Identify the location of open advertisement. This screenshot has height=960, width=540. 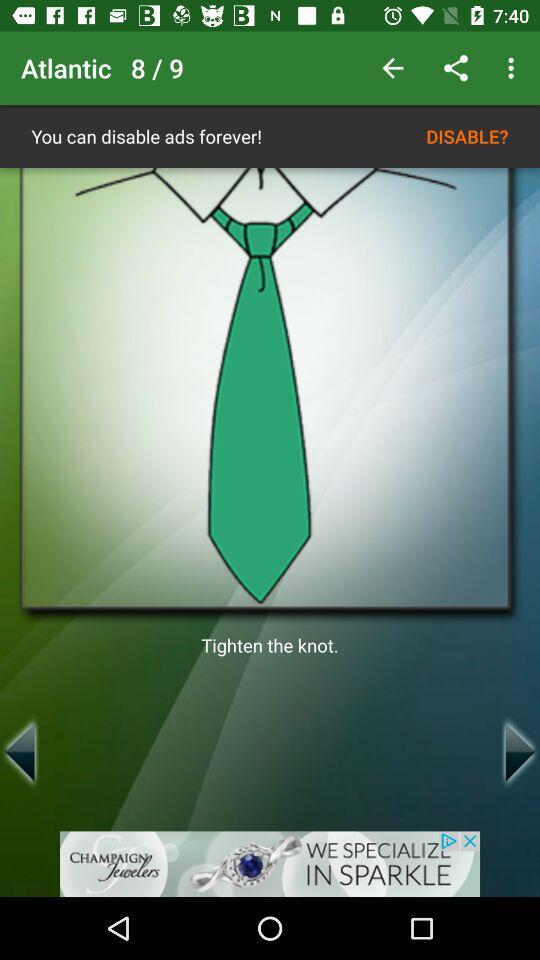
(270, 863).